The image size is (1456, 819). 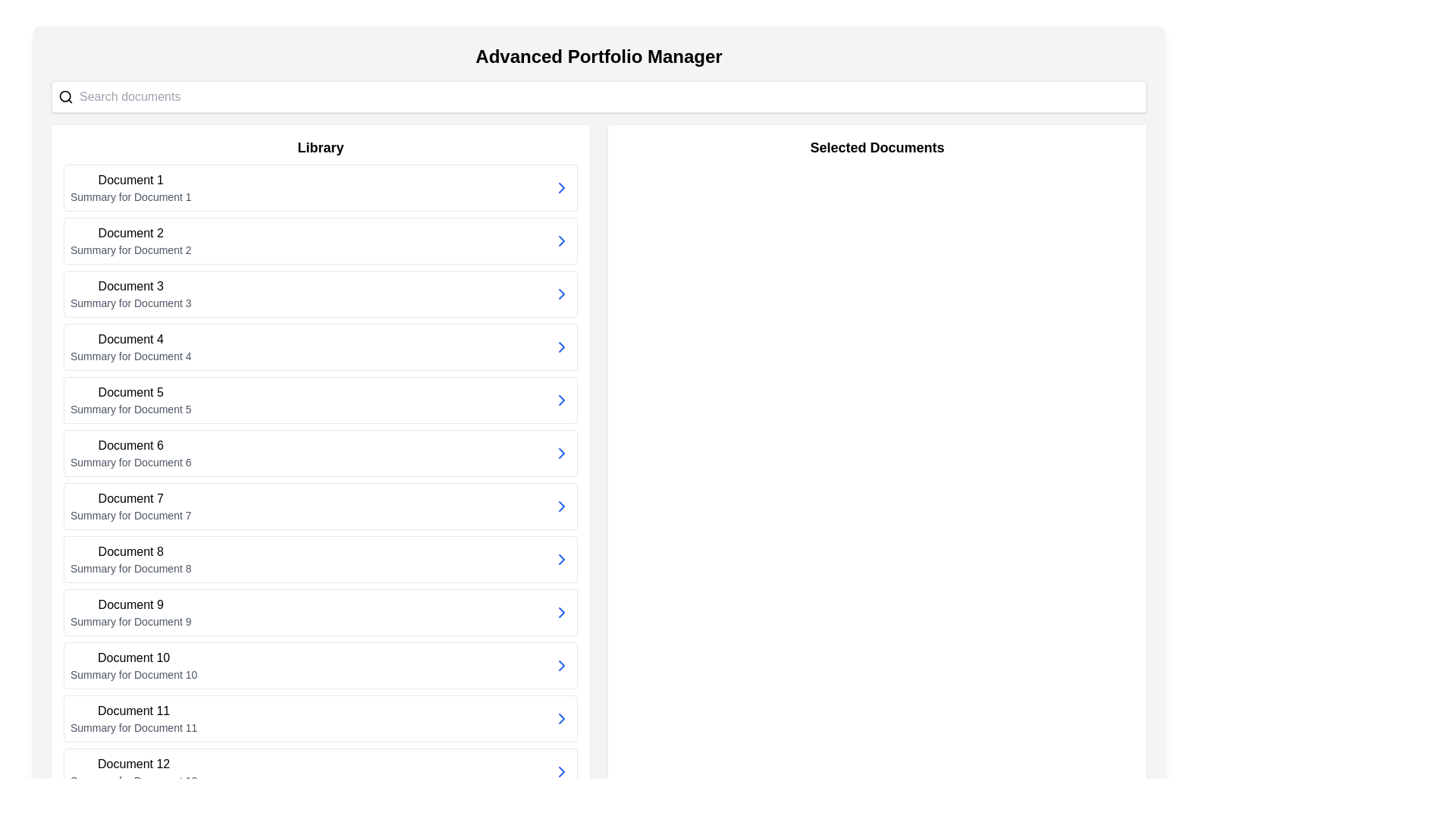 I want to click on the list item titled 'Document 10' which has a description 'Summary for Document 10' under the 'Library' header to show options, so click(x=133, y=665).